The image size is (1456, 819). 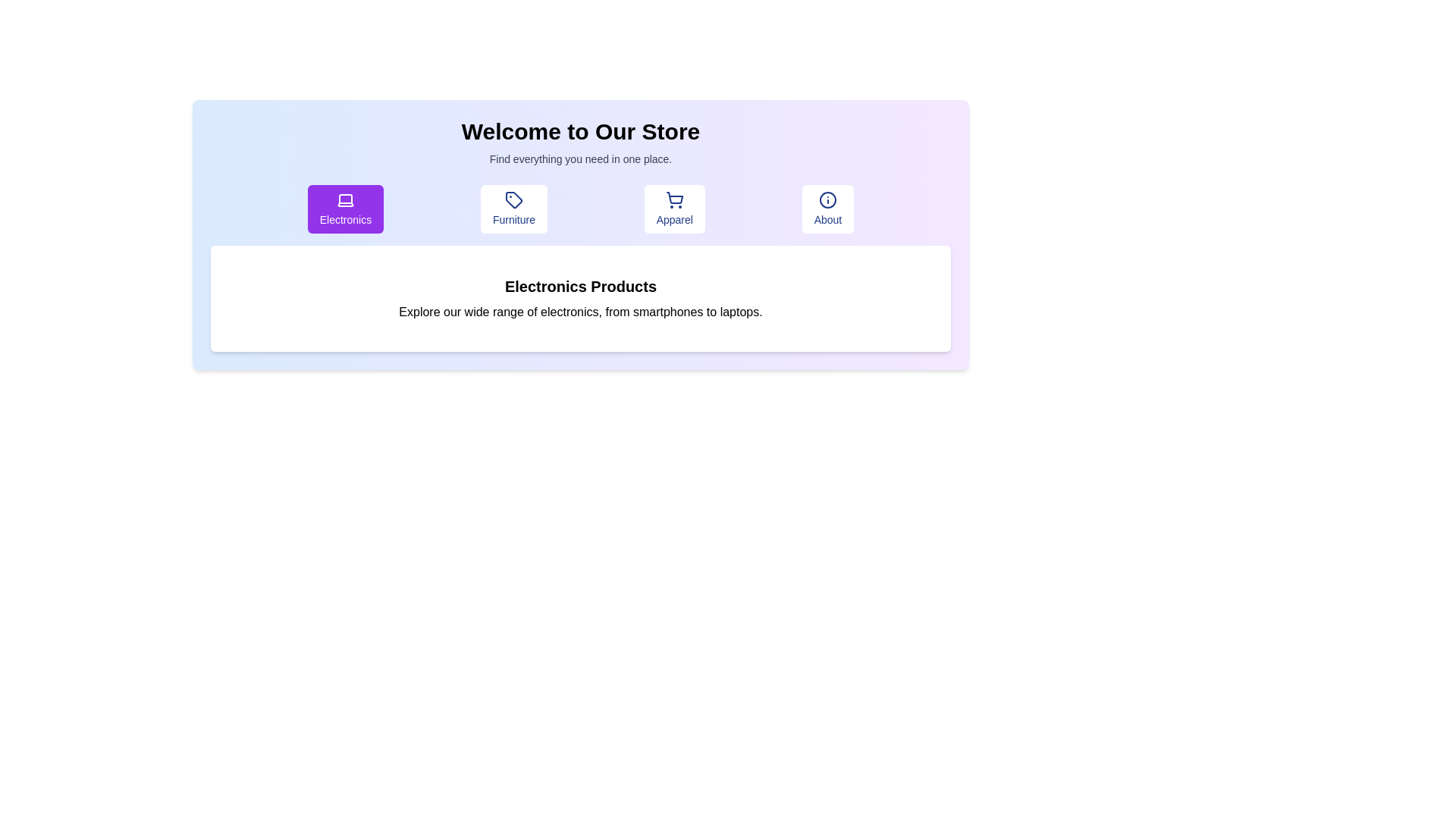 I want to click on the purple square labeled 'Electronics' that surrounds the SVG-based electronics icon, so click(x=345, y=199).